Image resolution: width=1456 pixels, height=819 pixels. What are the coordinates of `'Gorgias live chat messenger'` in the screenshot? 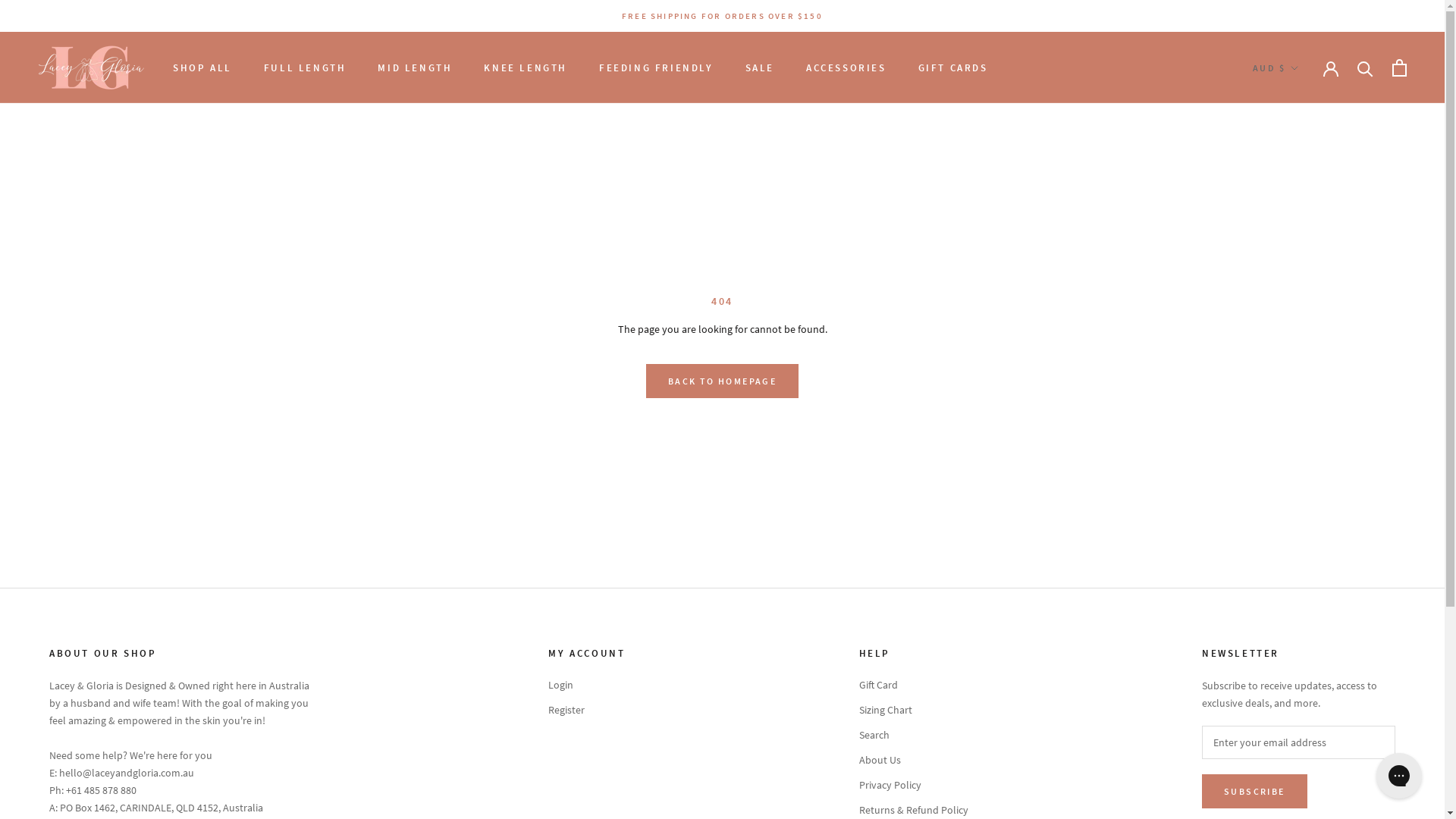 It's located at (1368, 775).